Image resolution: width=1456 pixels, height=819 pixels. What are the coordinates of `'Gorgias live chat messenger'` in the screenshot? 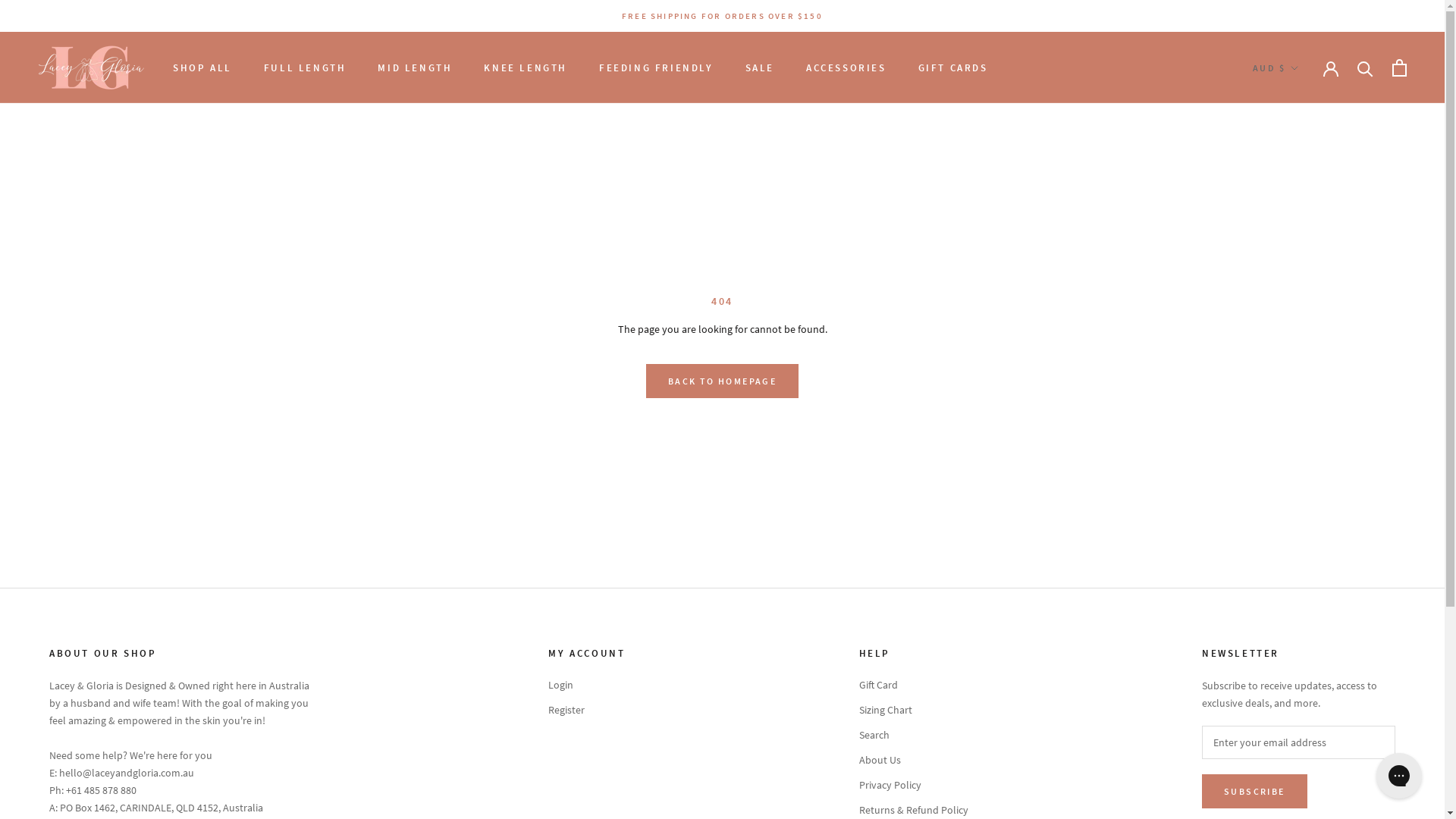 It's located at (1368, 775).